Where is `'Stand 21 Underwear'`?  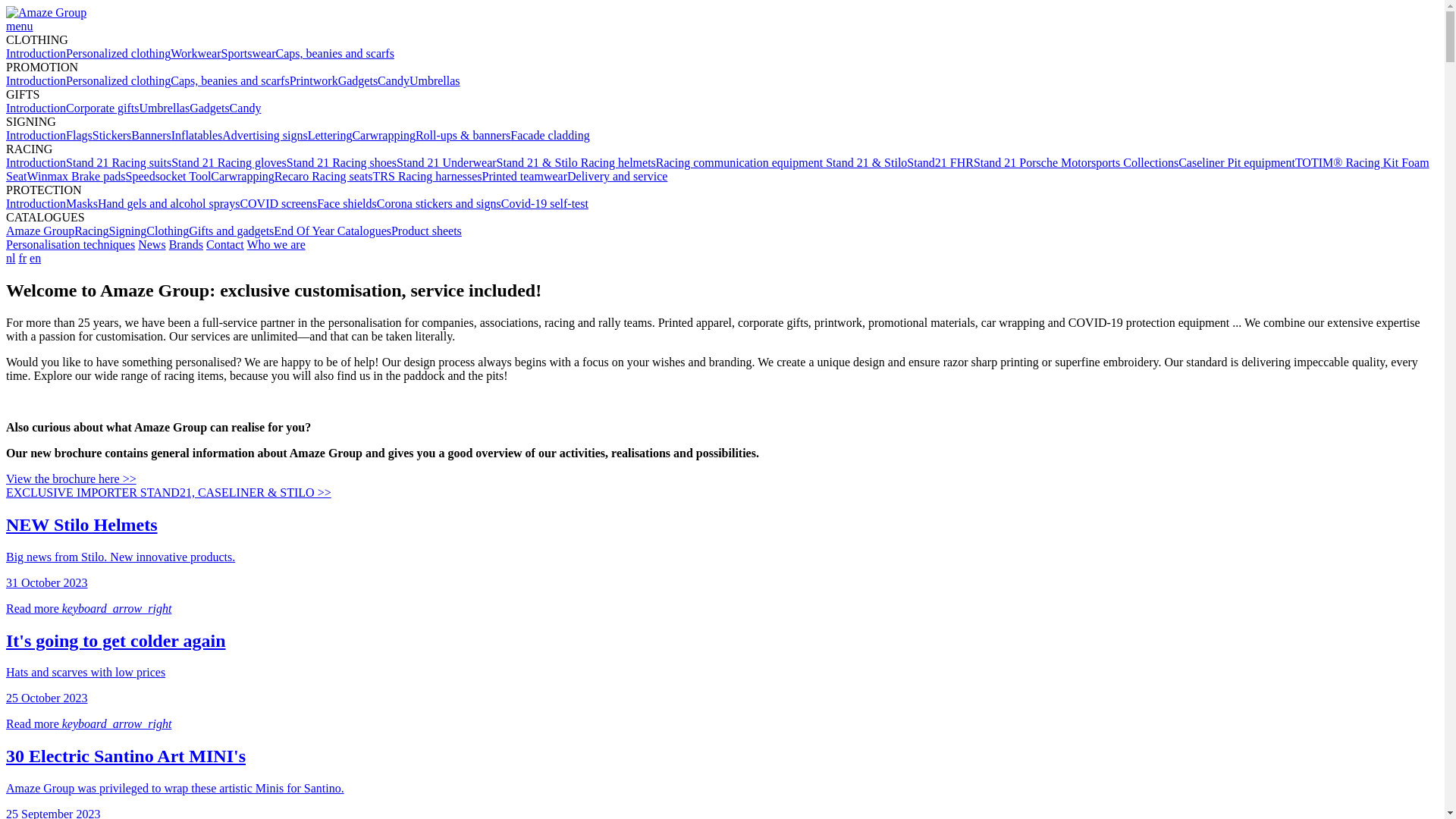 'Stand 21 Underwear' is located at coordinates (446, 162).